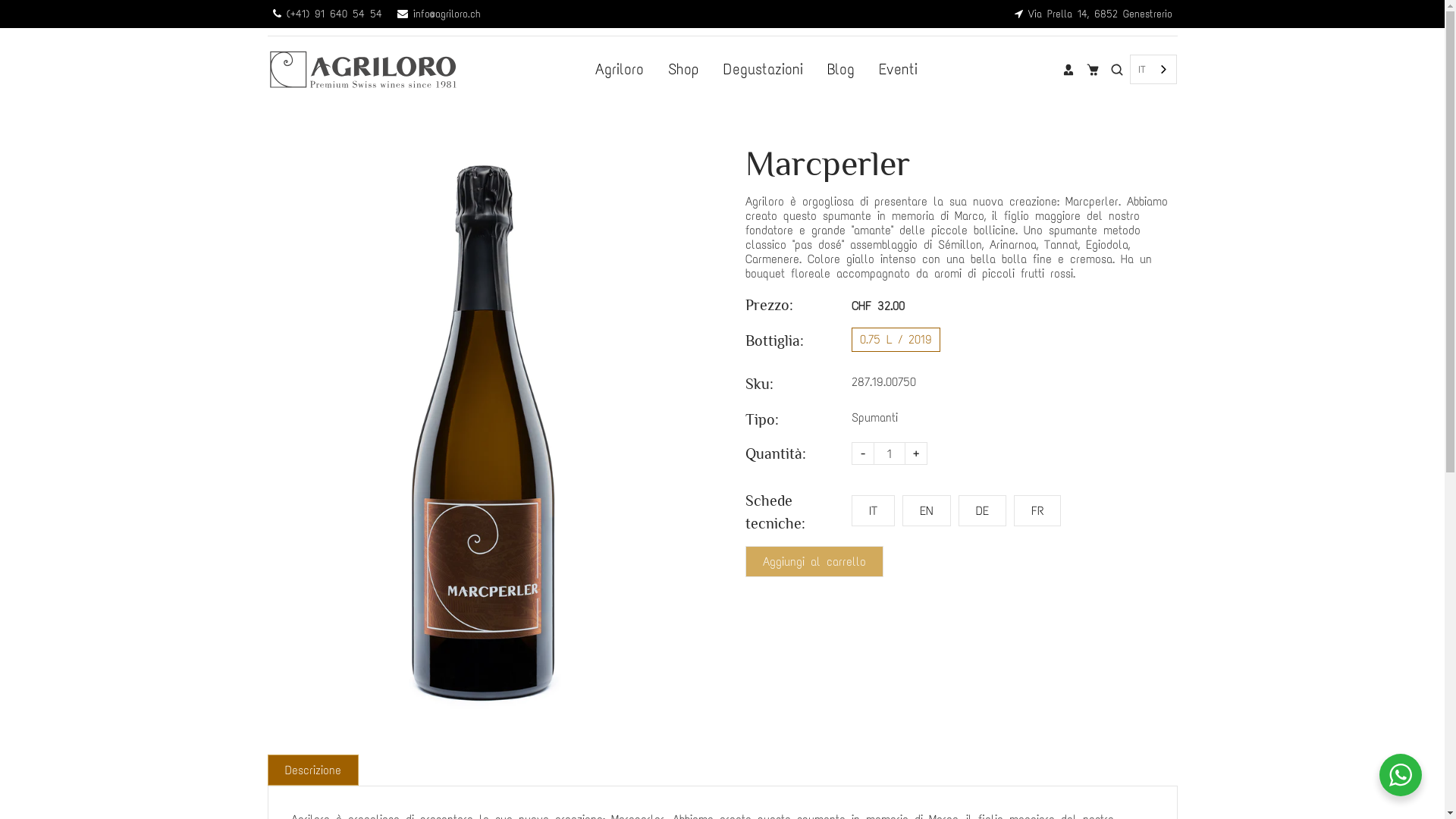 Image resolution: width=1456 pixels, height=819 pixels. I want to click on 'Descrizione', so click(312, 770).